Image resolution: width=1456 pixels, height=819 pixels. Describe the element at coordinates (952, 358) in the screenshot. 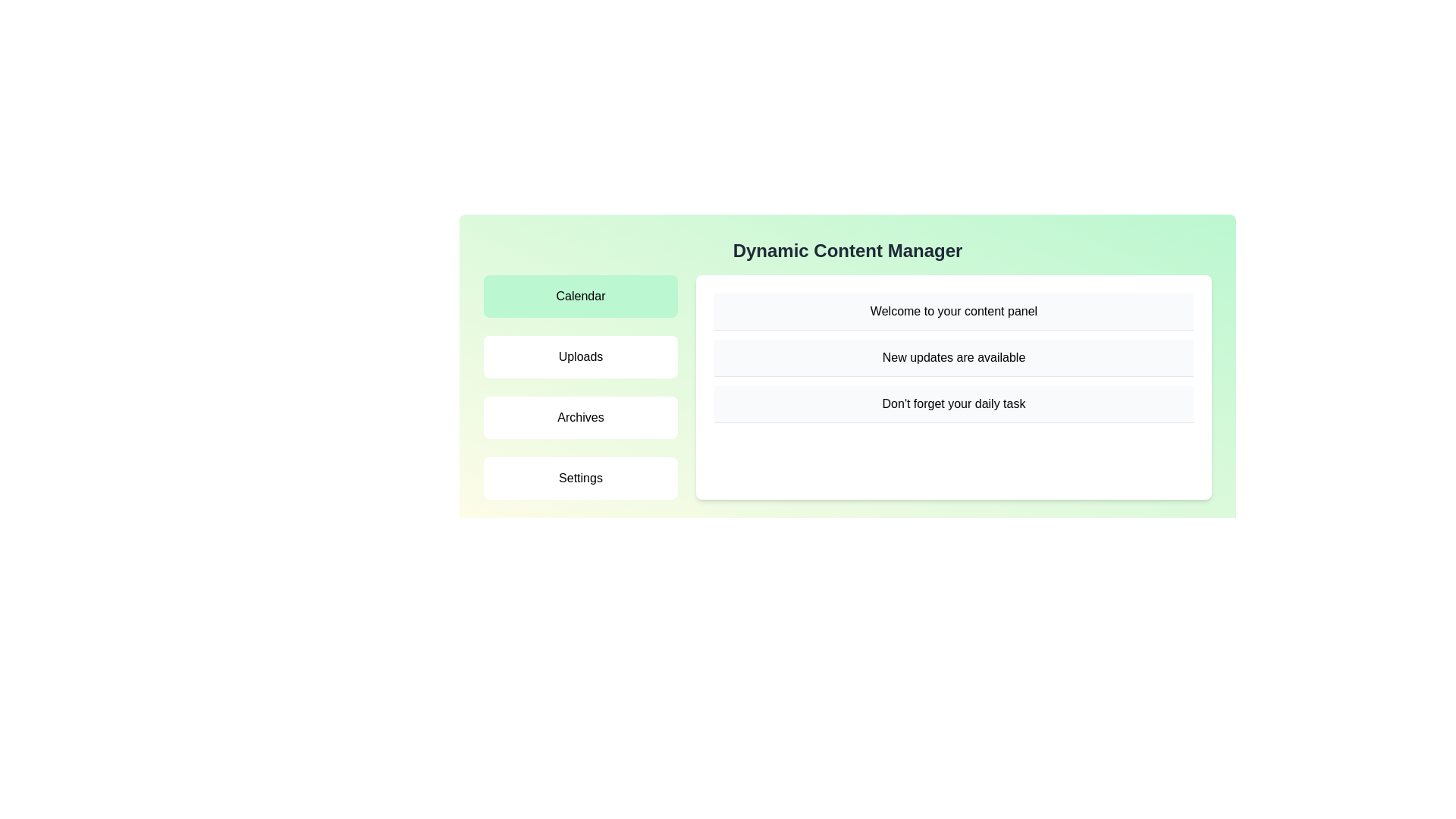

I see `the notification text for New updates are available` at that location.